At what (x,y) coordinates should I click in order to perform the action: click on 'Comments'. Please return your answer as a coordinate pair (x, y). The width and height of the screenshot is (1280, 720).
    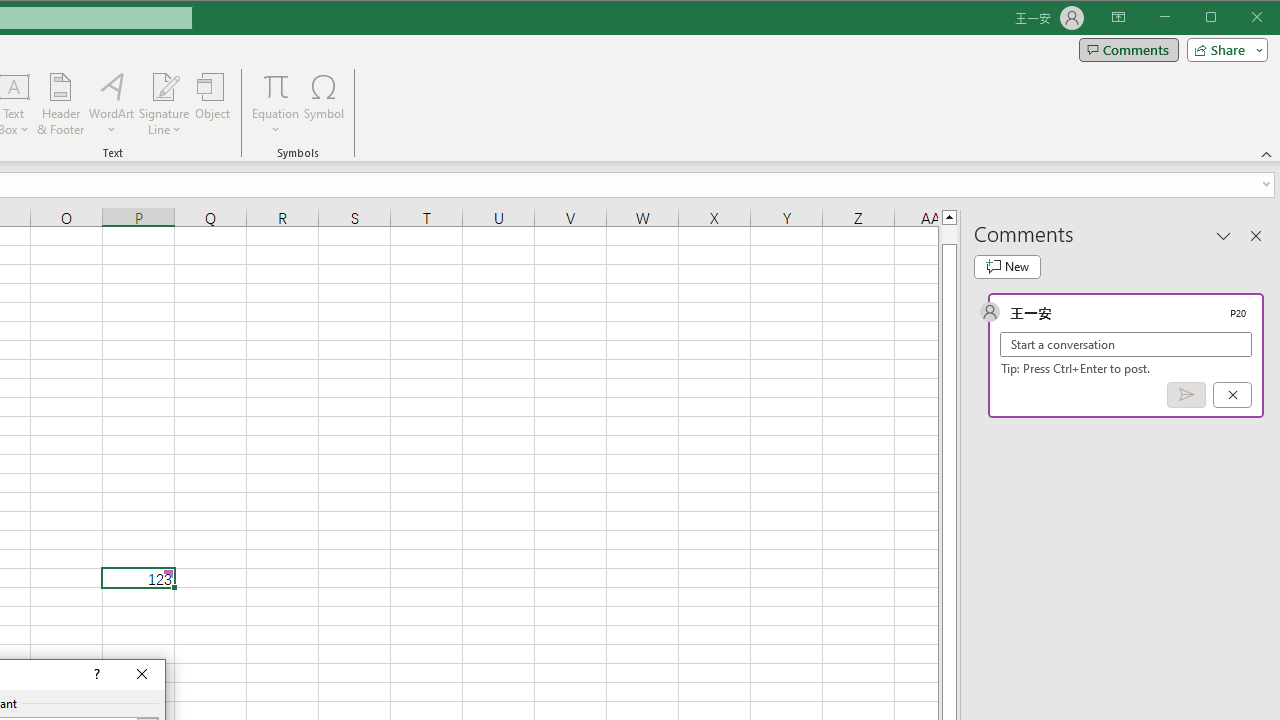
    Looking at the image, I should click on (1128, 49).